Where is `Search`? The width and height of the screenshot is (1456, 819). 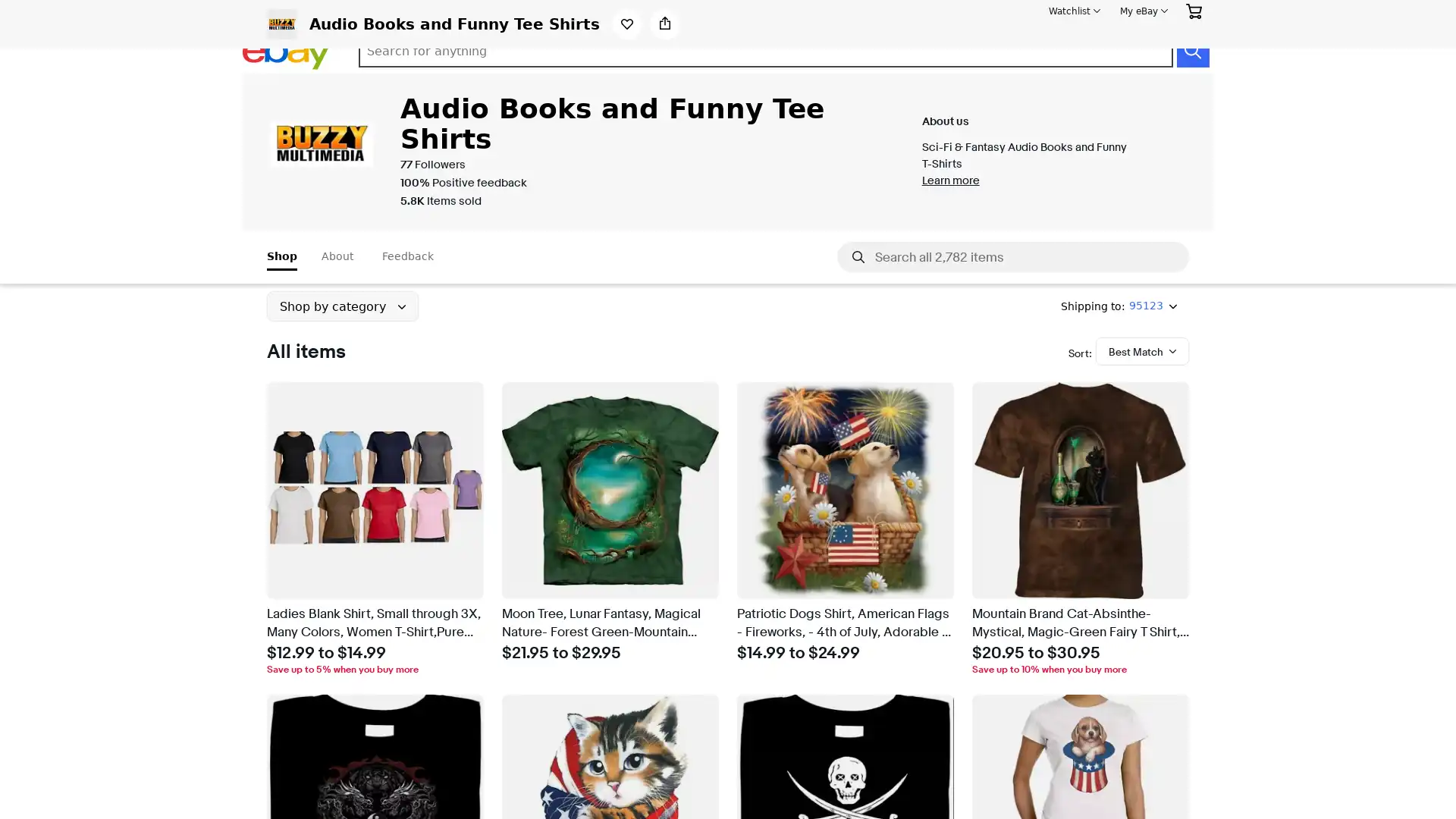
Search is located at coordinates (1191, 51).